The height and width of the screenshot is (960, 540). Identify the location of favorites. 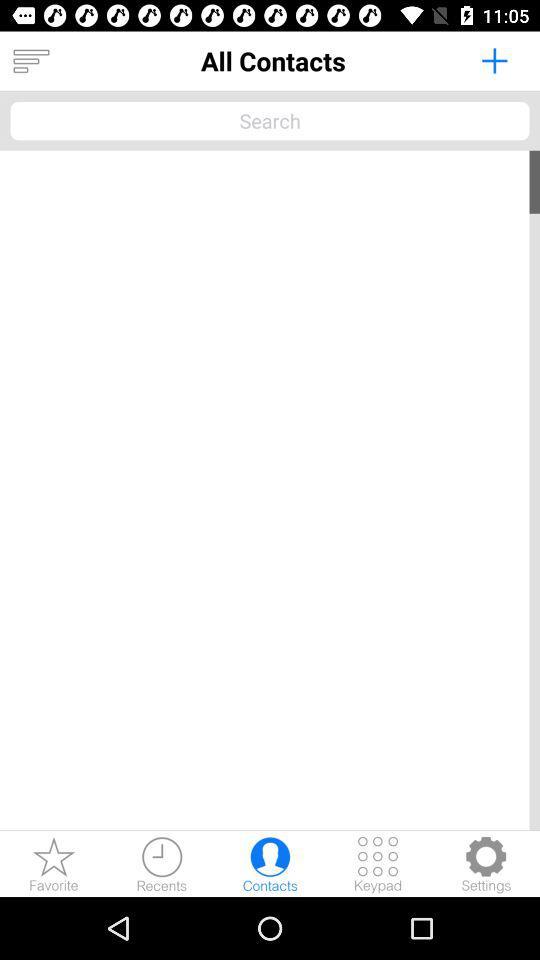
(54, 863).